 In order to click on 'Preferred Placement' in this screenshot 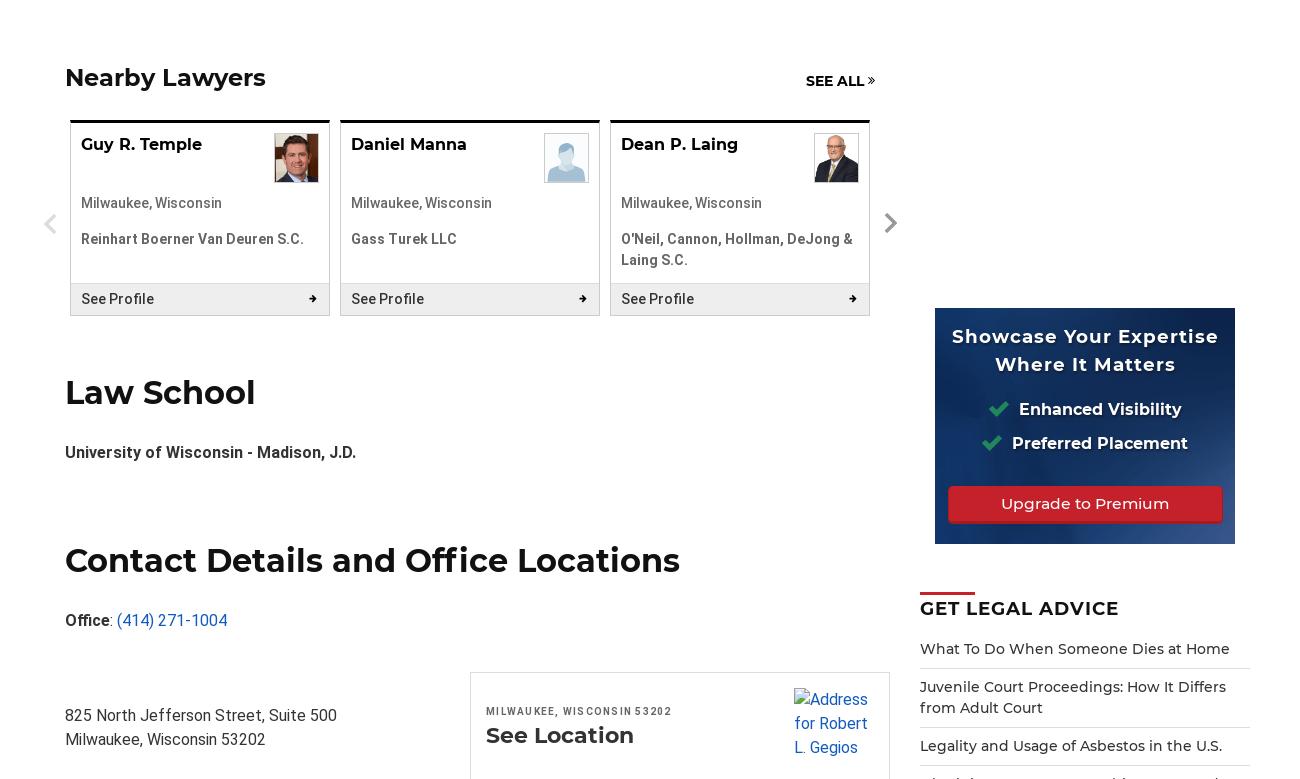, I will do `click(1096, 442)`.